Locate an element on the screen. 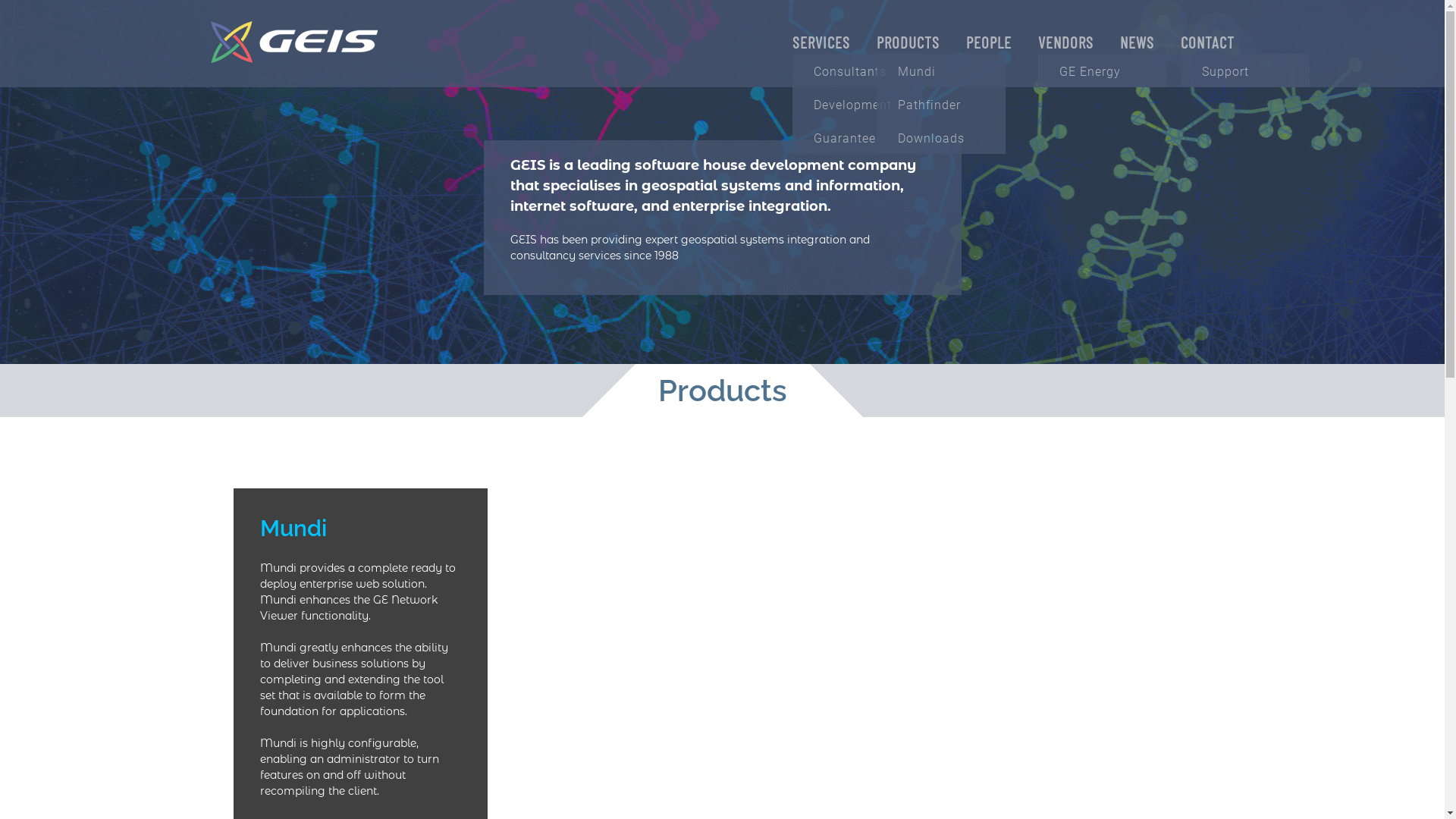 The image size is (1456, 819). 'VENDORS' is located at coordinates (1037, 41).